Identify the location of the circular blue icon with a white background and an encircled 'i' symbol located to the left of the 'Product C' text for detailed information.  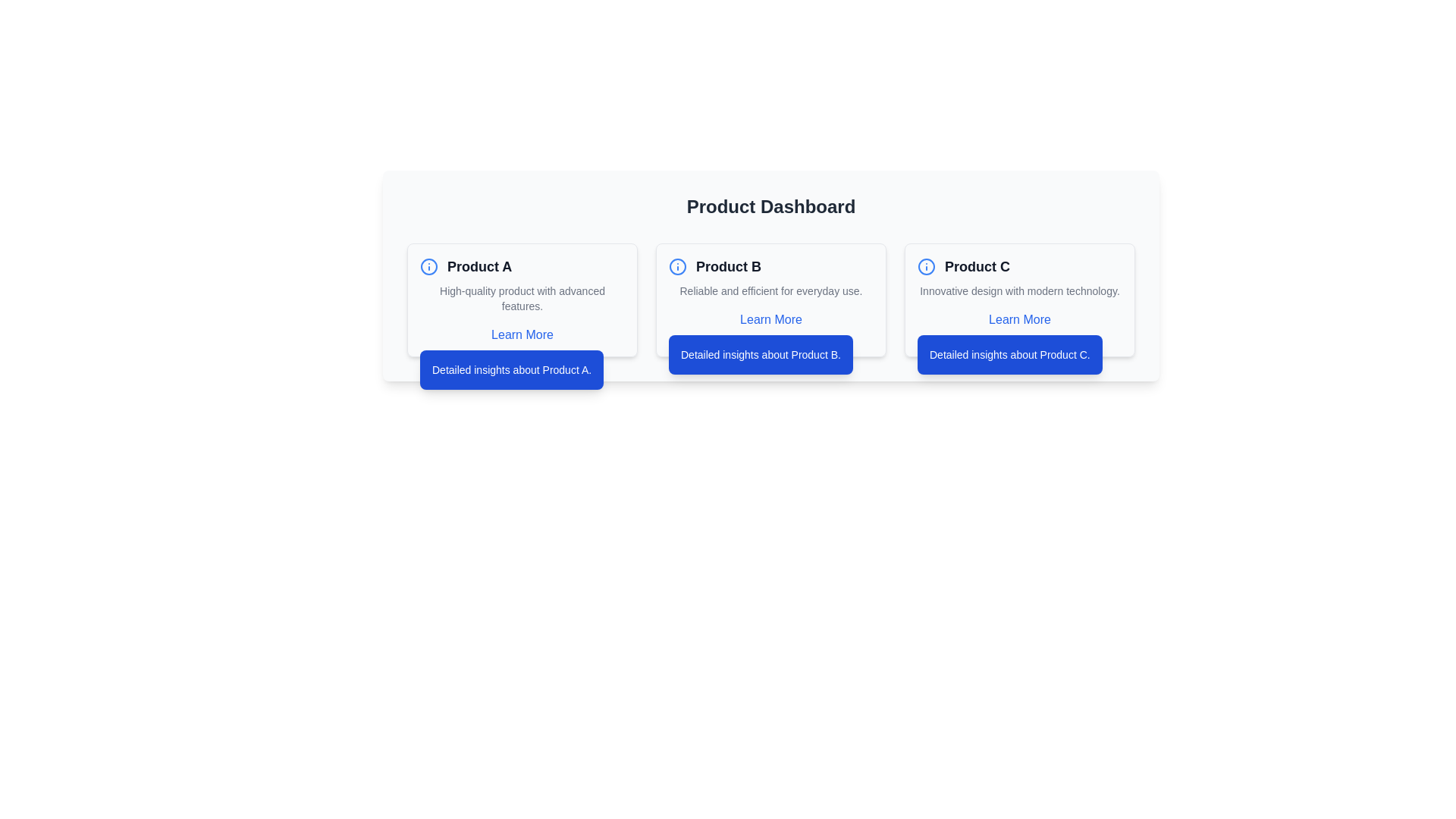
(926, 265).